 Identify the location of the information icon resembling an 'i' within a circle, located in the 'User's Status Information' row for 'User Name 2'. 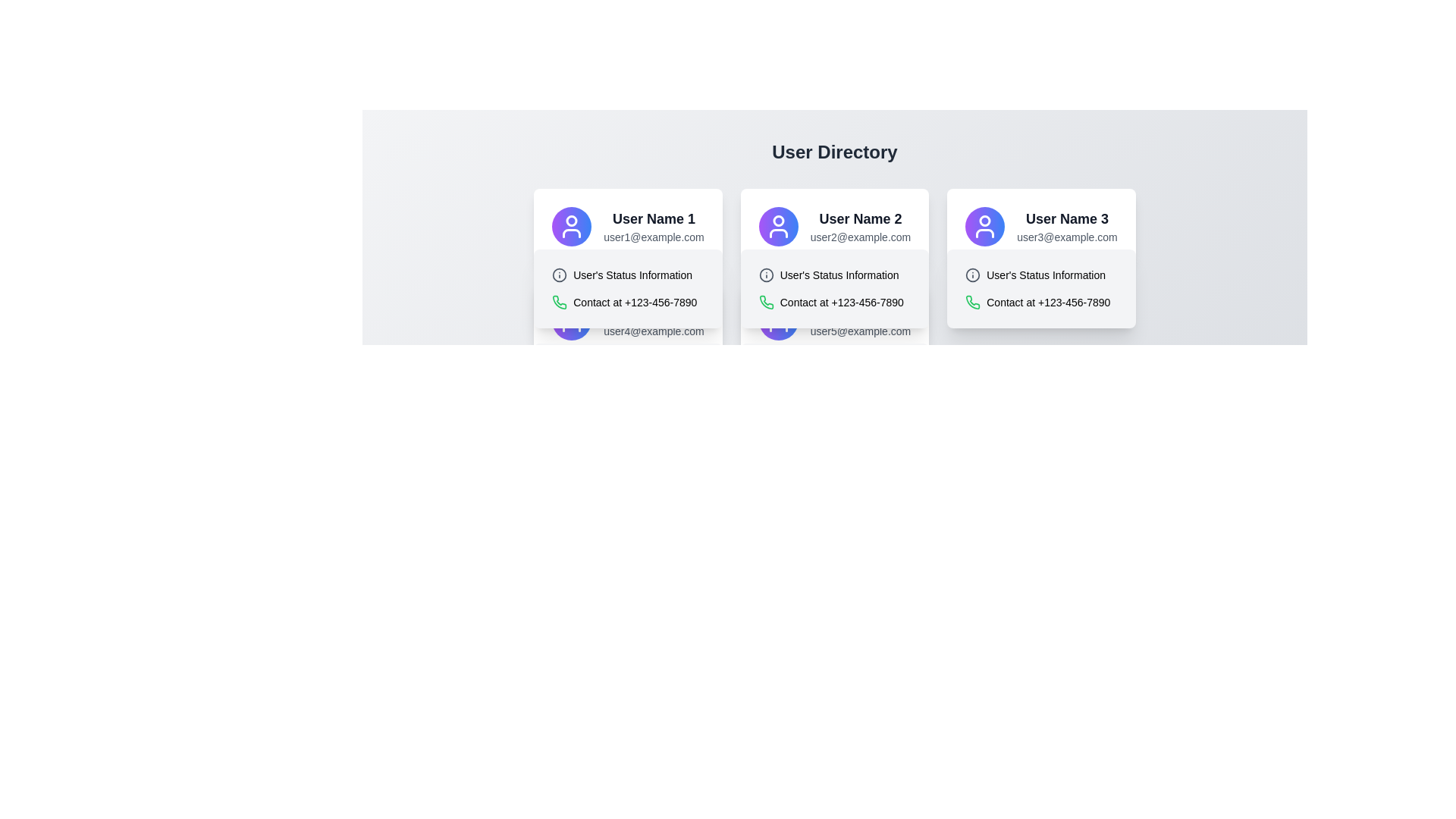
(766, 275).